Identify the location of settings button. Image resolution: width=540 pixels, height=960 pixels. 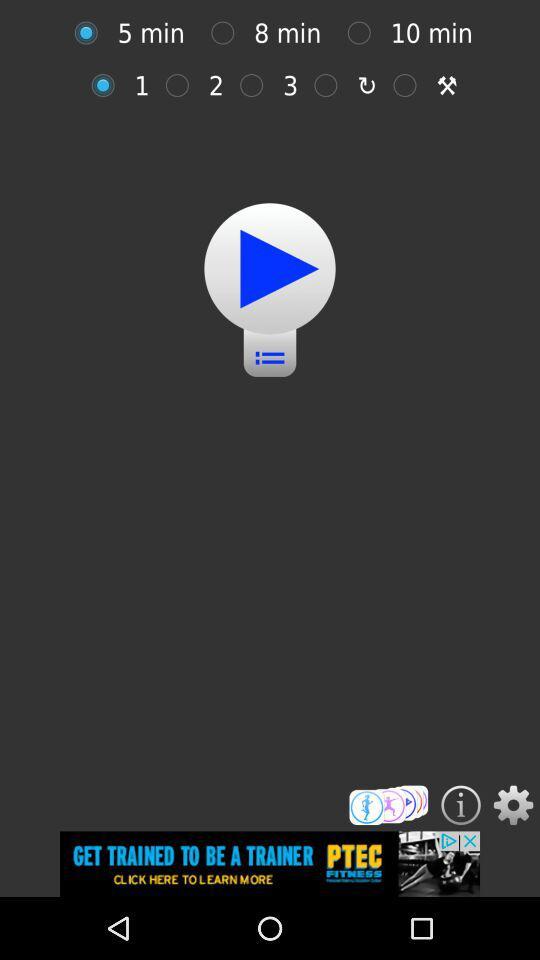
(513, 805).